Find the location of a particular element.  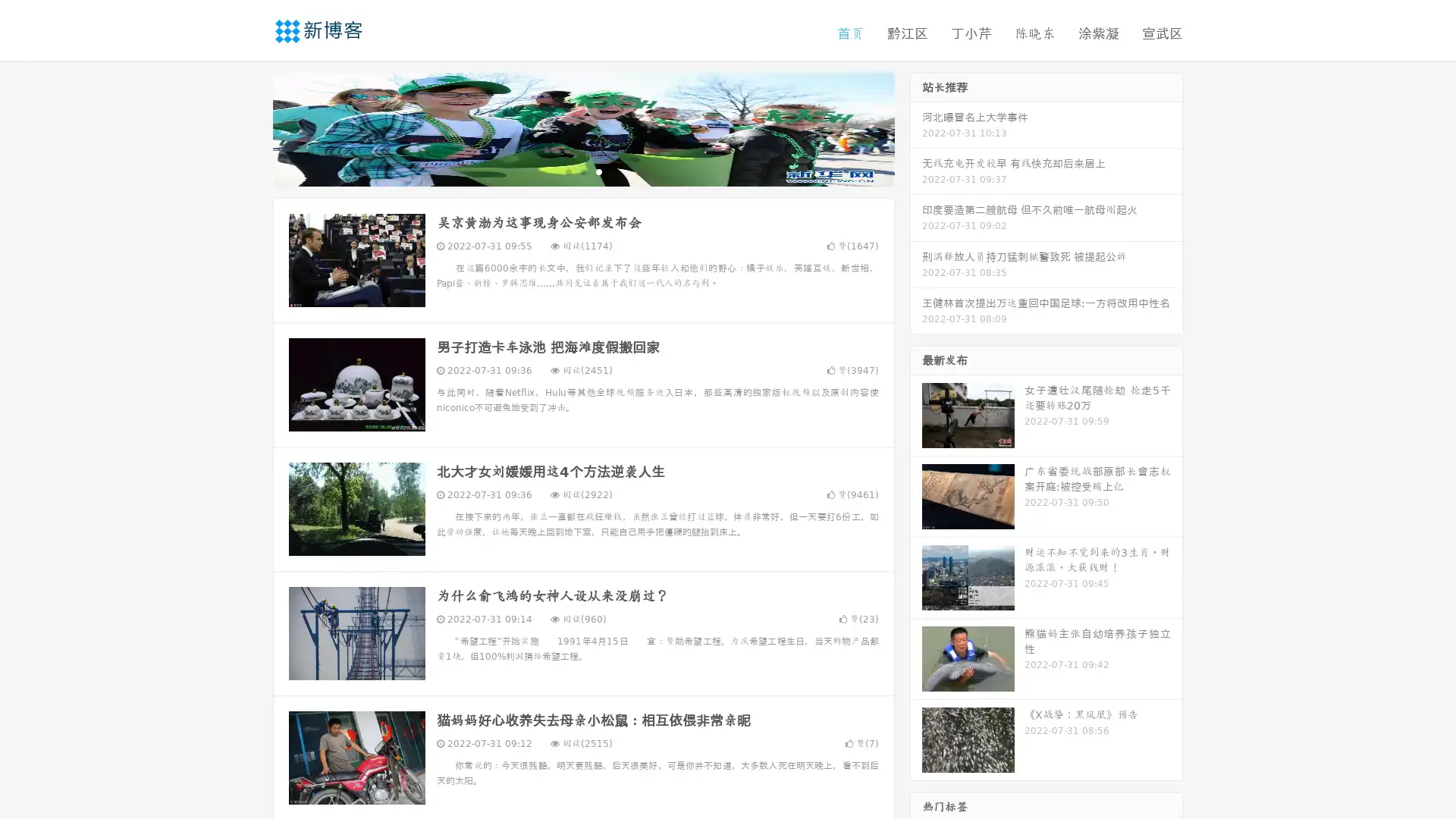

Go to slide 1 is located at coordinates (567, 171).